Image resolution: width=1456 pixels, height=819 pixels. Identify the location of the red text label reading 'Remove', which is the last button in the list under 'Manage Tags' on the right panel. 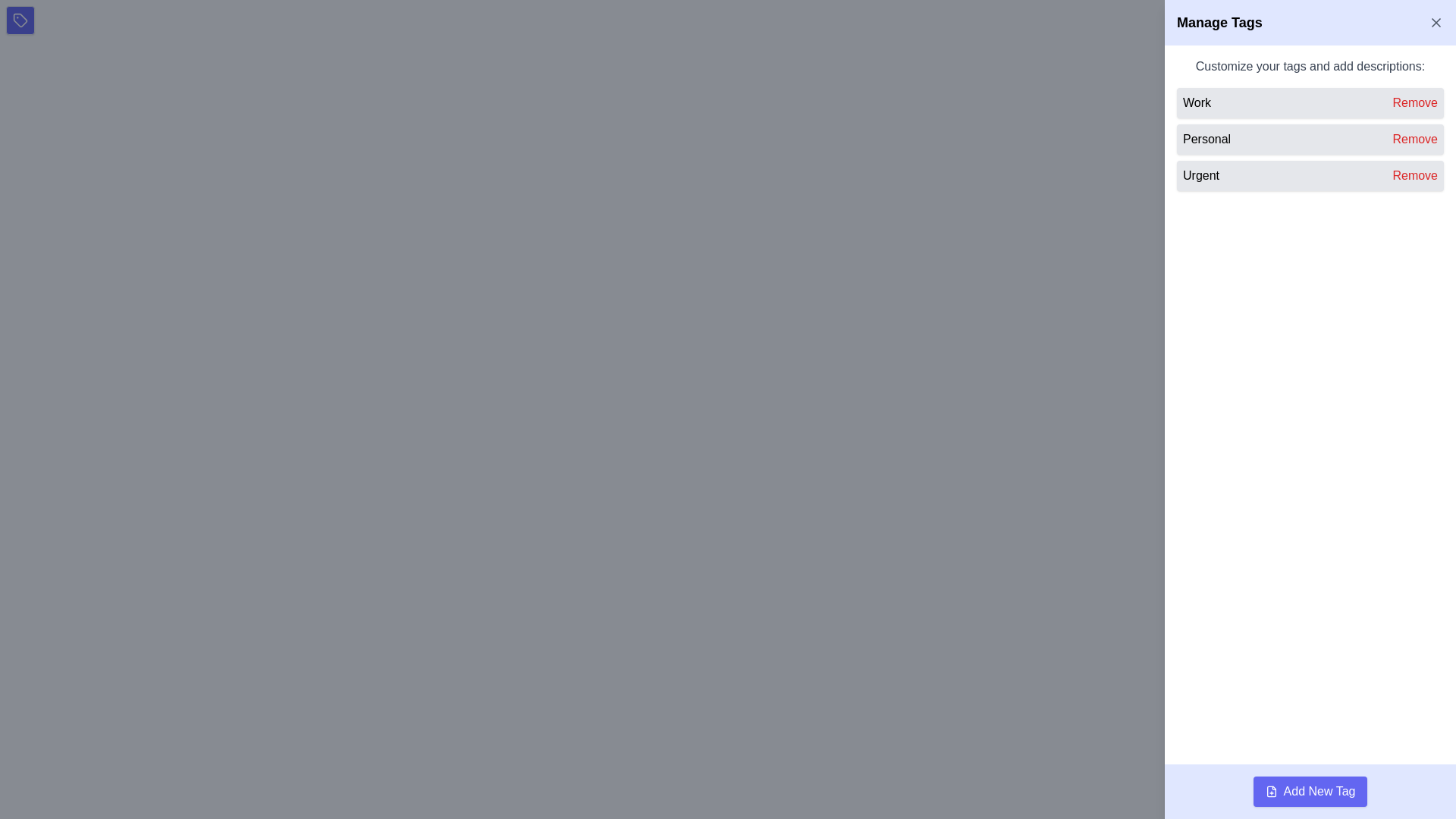
(1414, 174).